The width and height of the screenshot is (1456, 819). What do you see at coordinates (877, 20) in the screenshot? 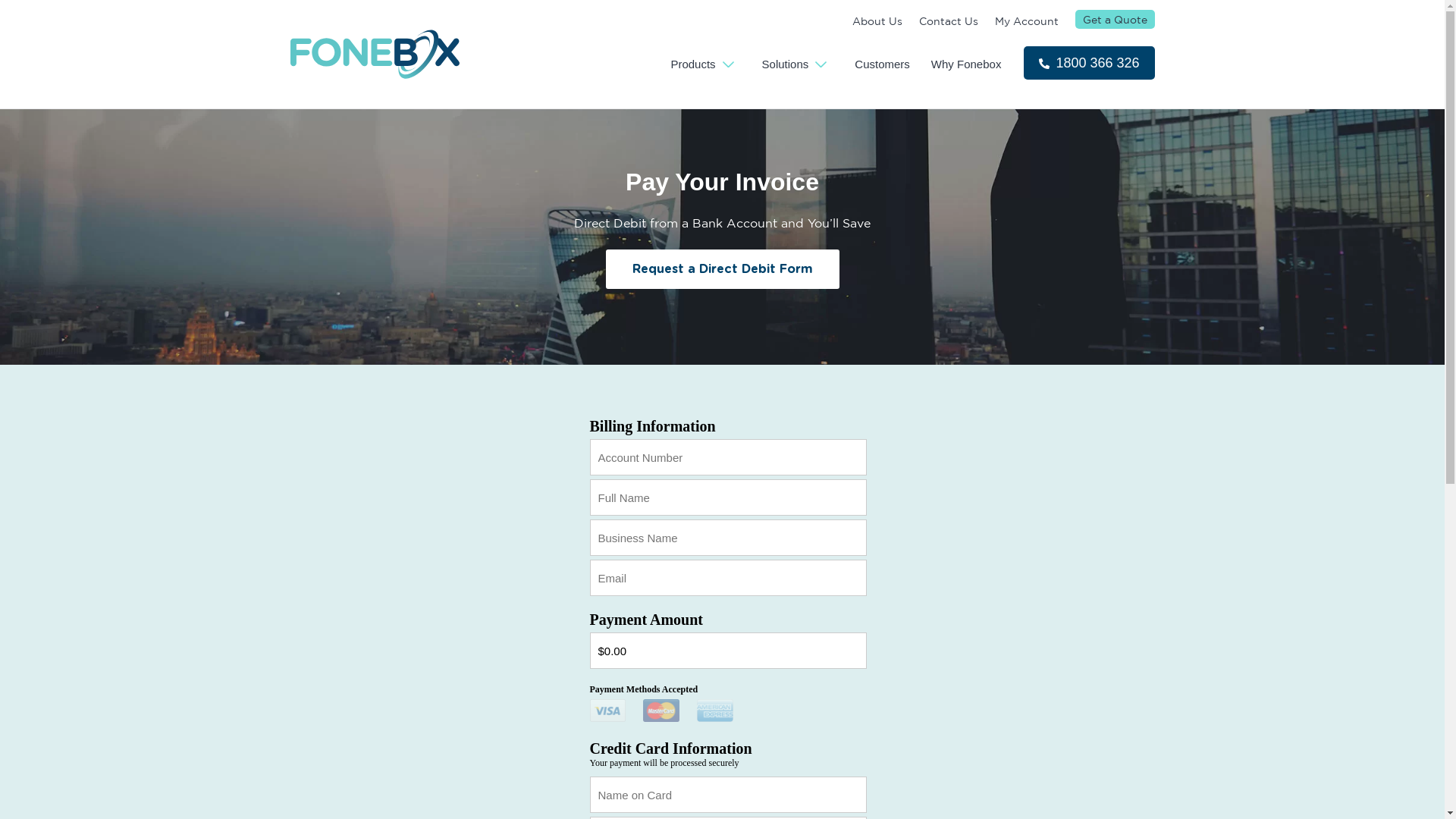
I see `'About Us'` at bounding box center [877, 20].